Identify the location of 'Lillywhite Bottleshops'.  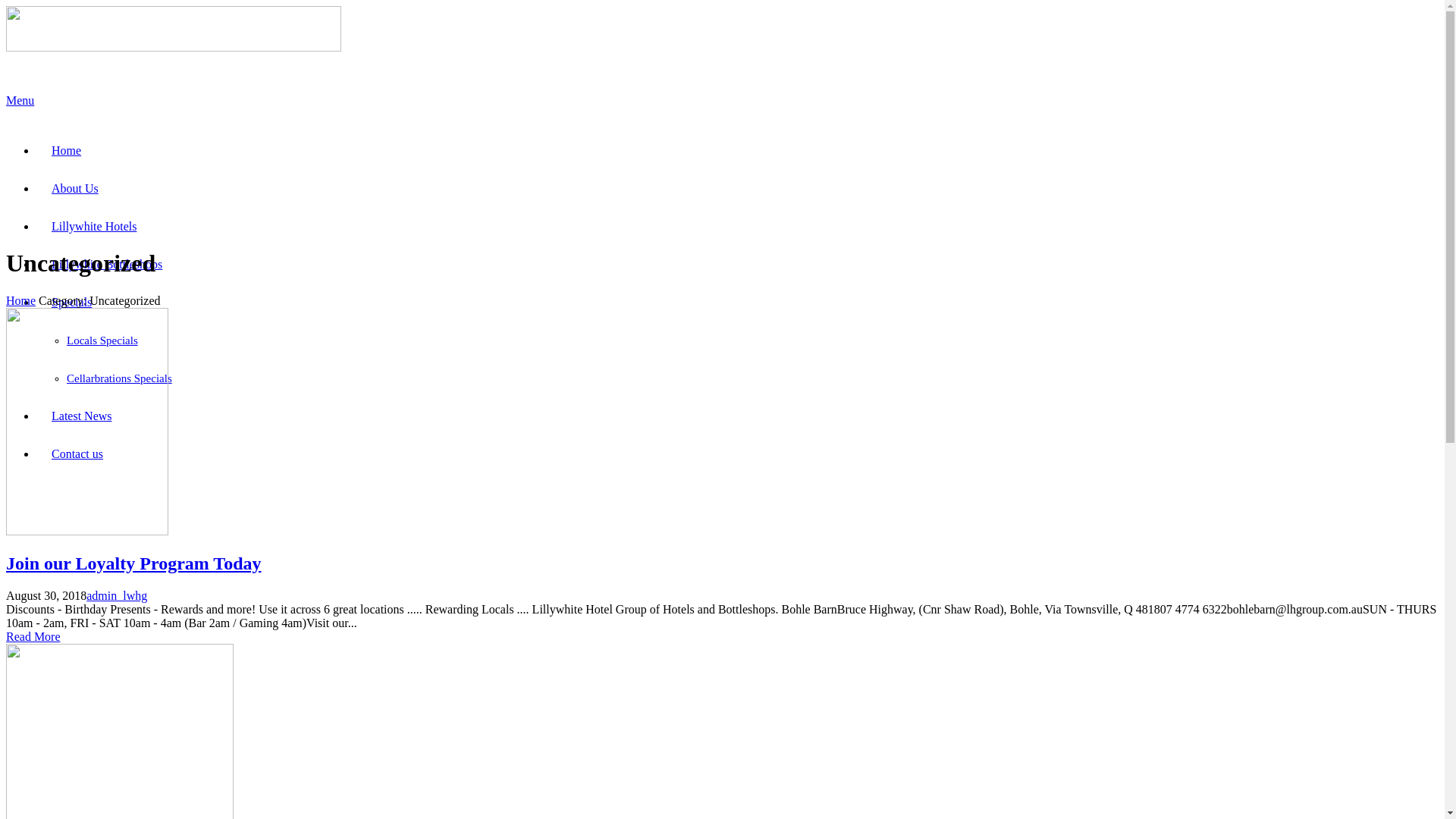
(36, 263).